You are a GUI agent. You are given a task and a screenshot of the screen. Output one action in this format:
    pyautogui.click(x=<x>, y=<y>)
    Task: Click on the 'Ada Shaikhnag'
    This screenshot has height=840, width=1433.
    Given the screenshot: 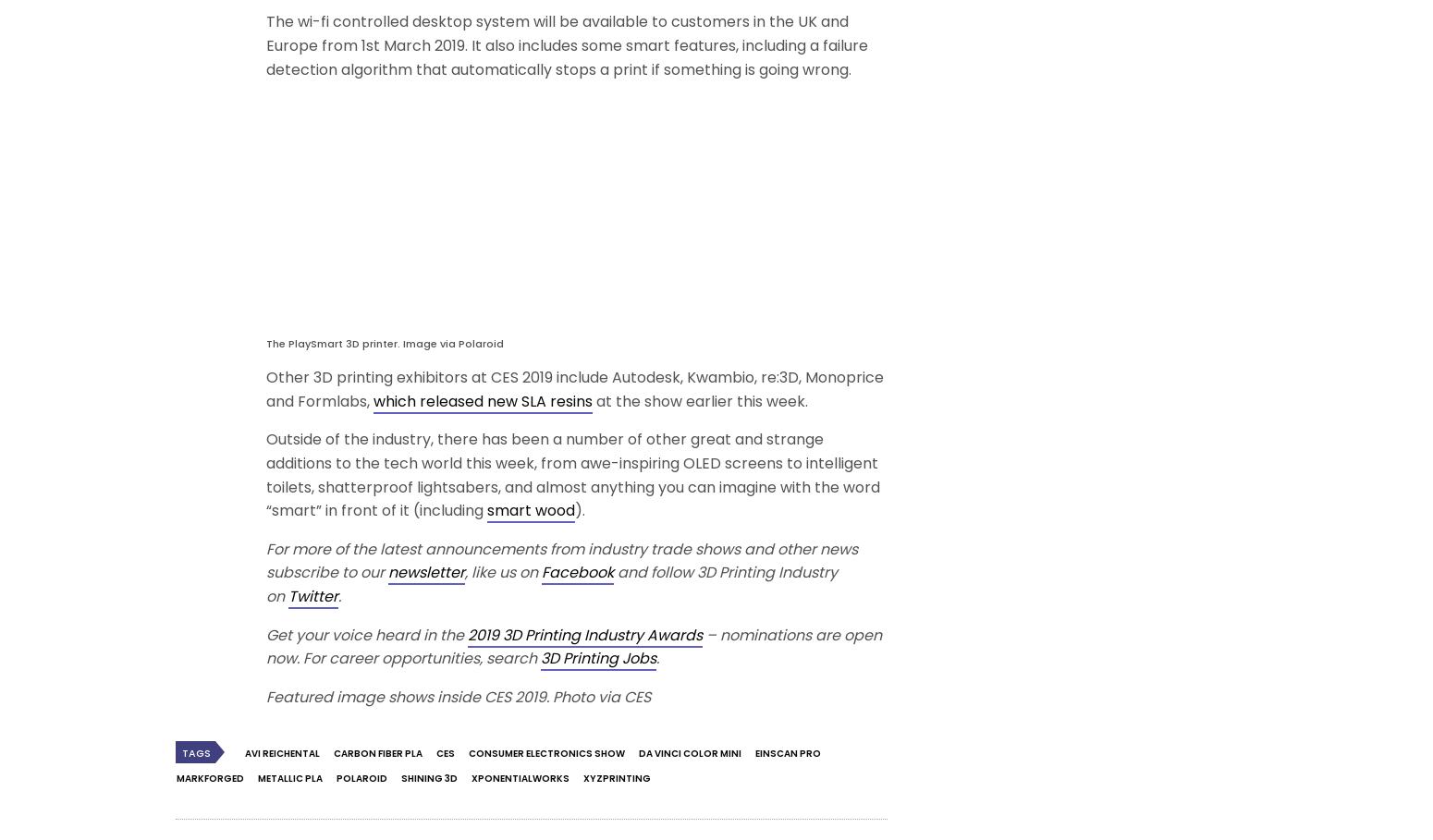 What is the action you would take?
    pyautogui.click(x=993, y=251)
    